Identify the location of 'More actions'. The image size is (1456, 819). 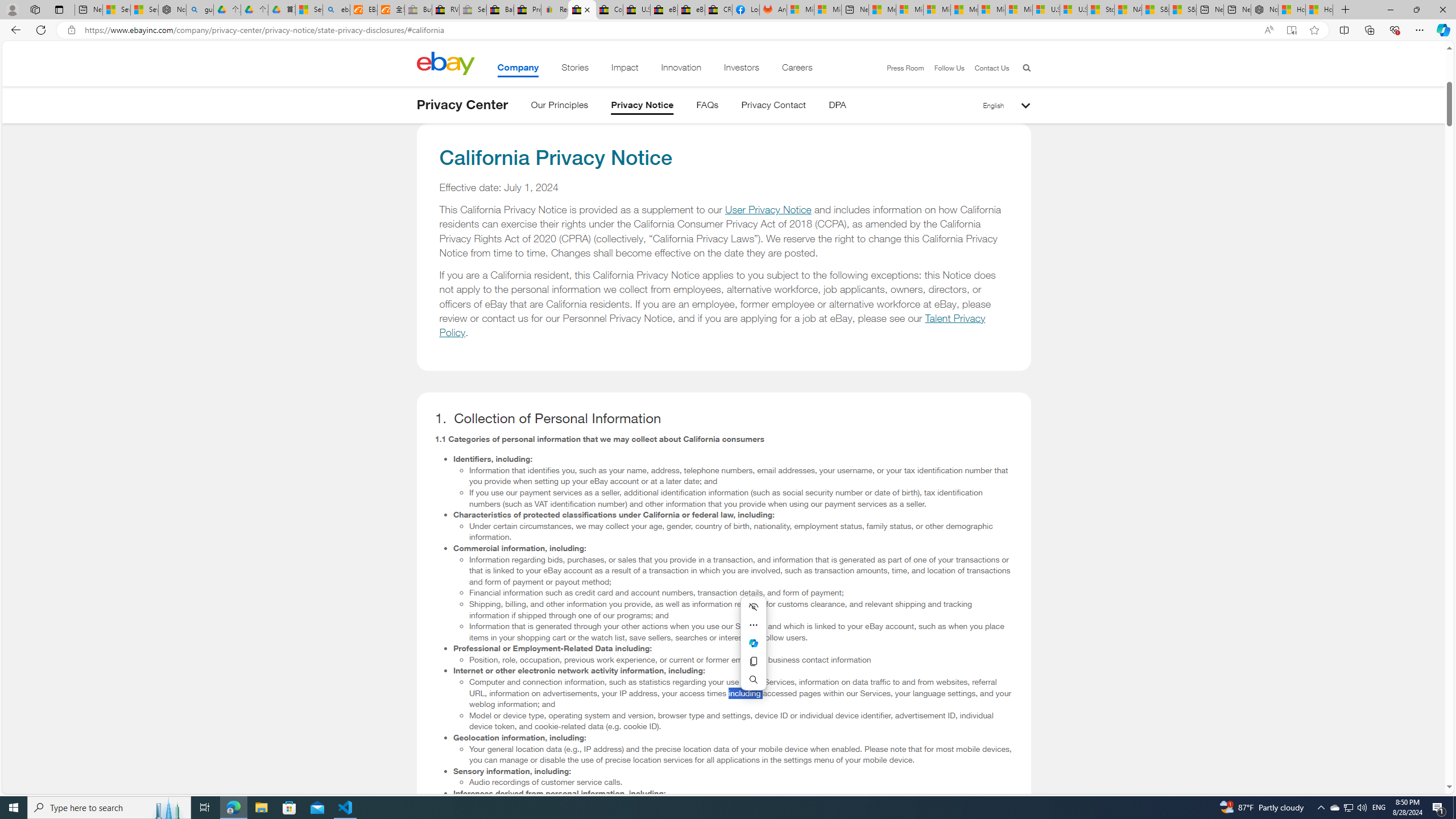
(753, 624).